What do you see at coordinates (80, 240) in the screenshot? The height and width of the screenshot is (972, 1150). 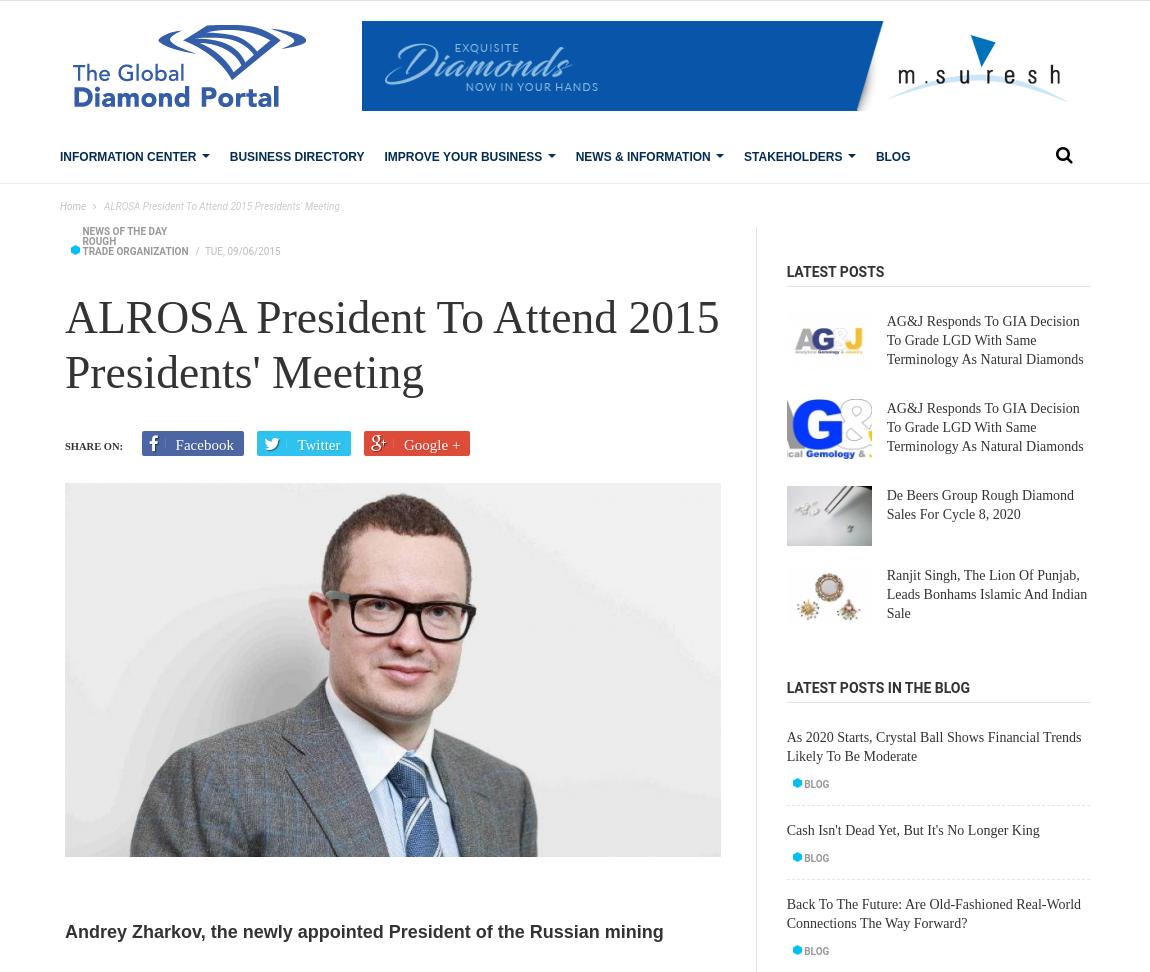 I see `'Rough'` at bounding box center [80, 240].